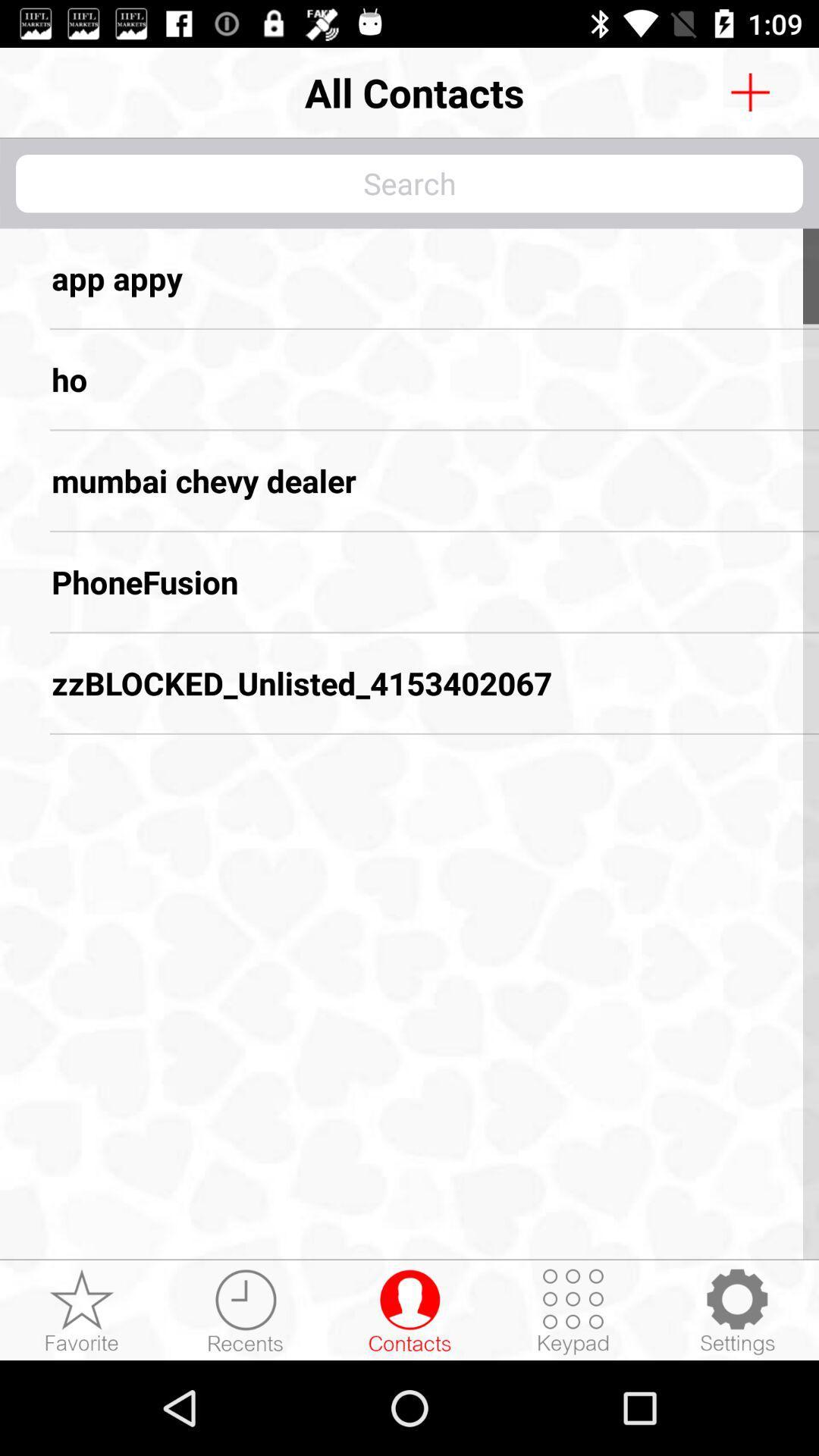 This screenshot has width=819, height=1456. I want to click on contacts list, so click(409, 1310).